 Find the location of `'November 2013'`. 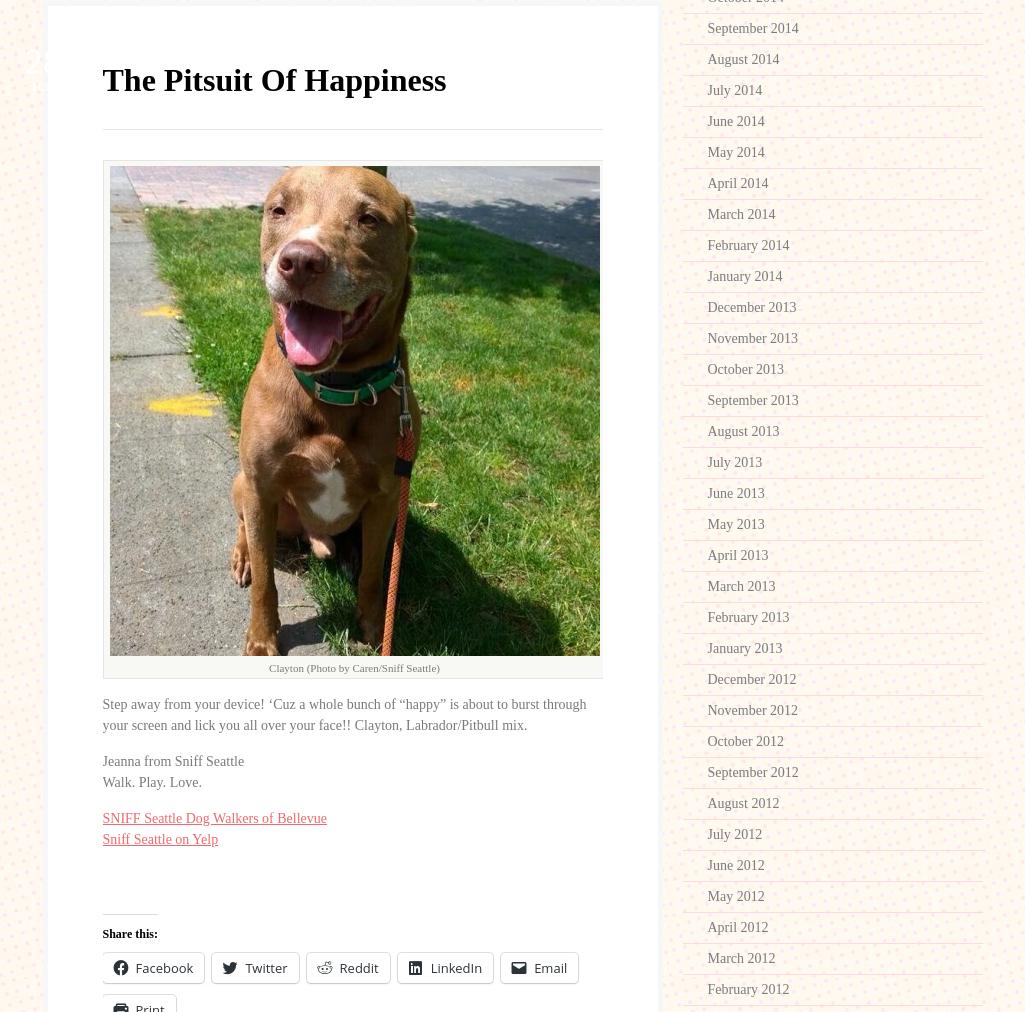

'November 2013' is located at coordinates (752, 337).